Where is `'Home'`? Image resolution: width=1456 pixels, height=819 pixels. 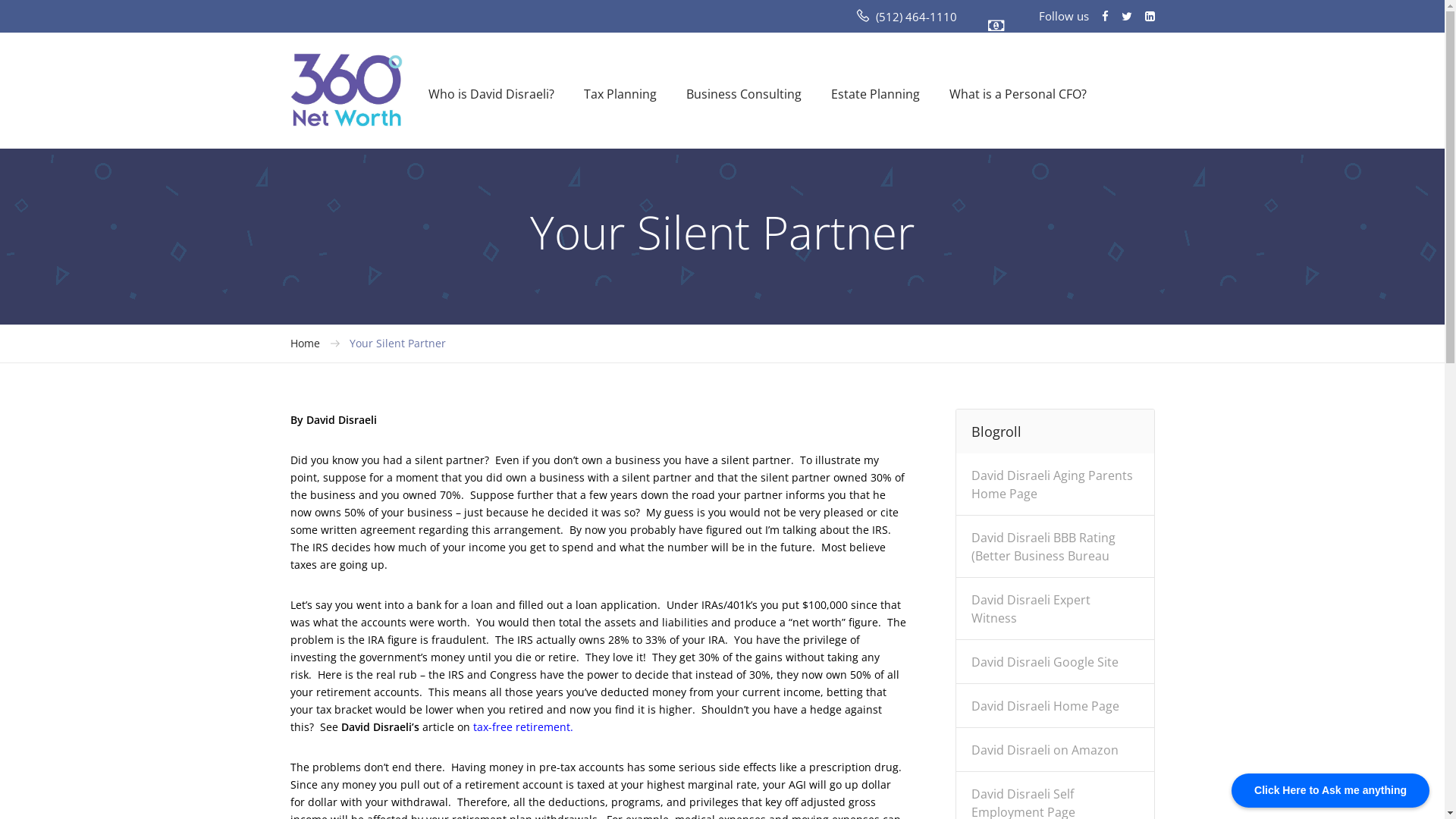 'Home' is located at coordinates (303, 343).